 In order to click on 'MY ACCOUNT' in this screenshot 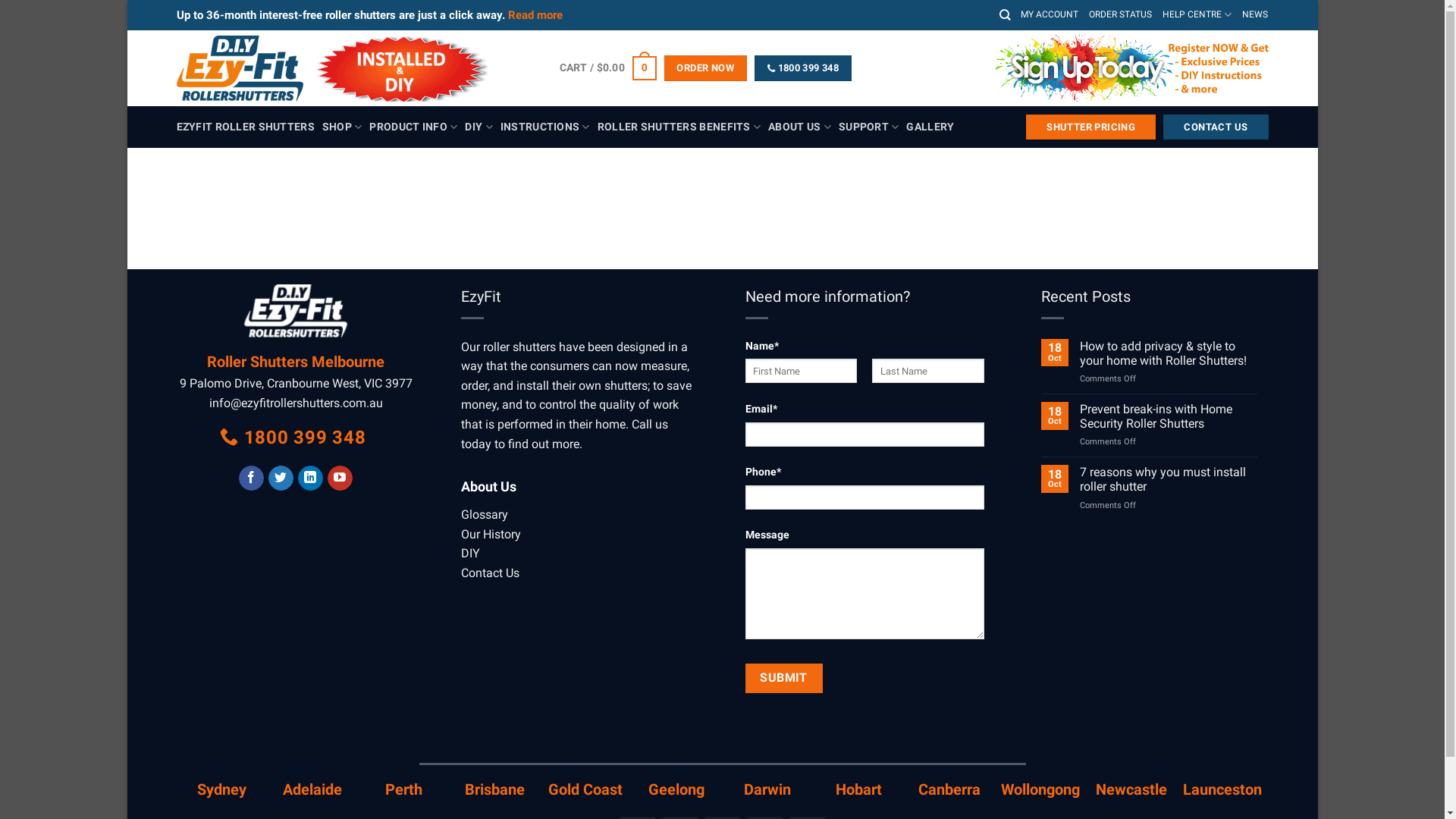, I will do `click(1020, 14)`.